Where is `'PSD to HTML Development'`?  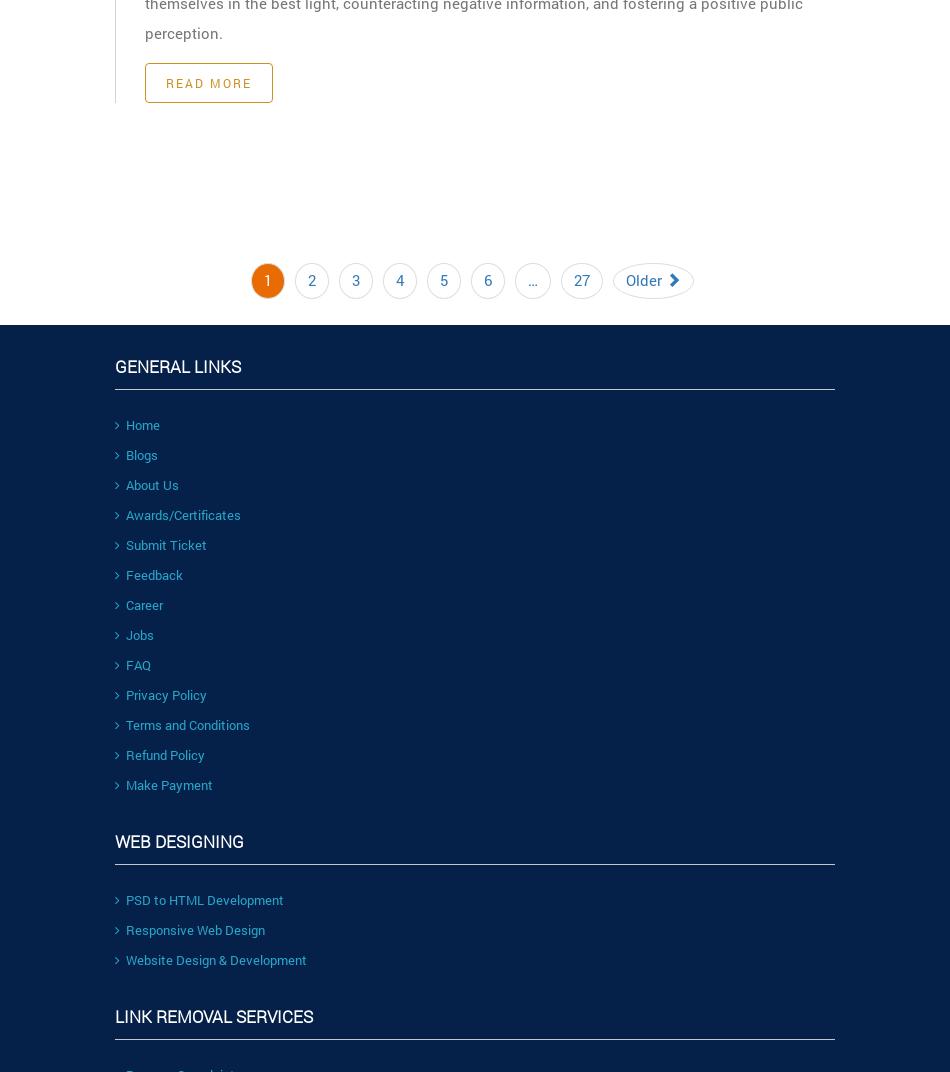
'PSD to HTML Development' is located at coordinates (205, 898).